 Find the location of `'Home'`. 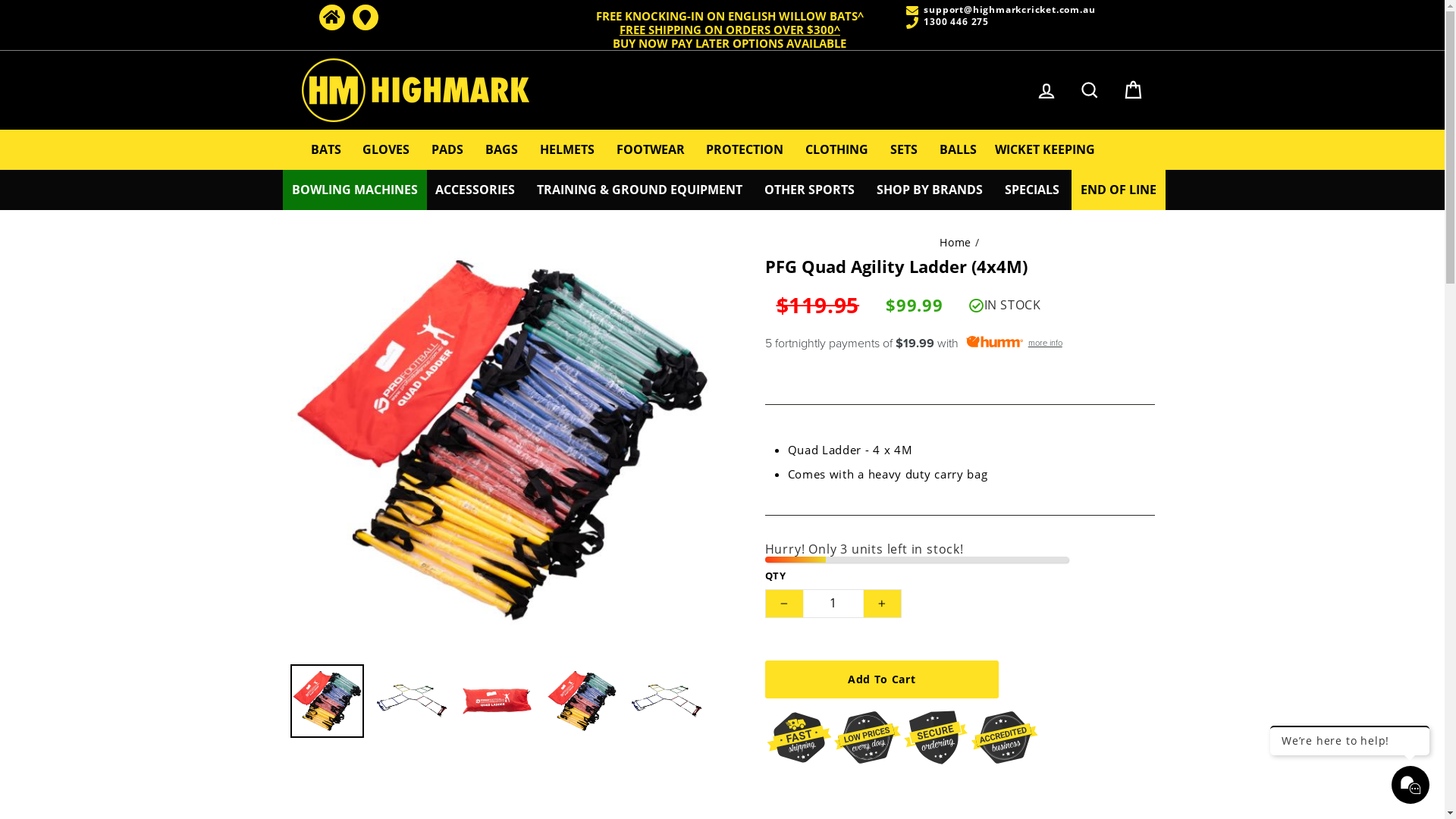

'Home' is located at coordinates (954, 241).